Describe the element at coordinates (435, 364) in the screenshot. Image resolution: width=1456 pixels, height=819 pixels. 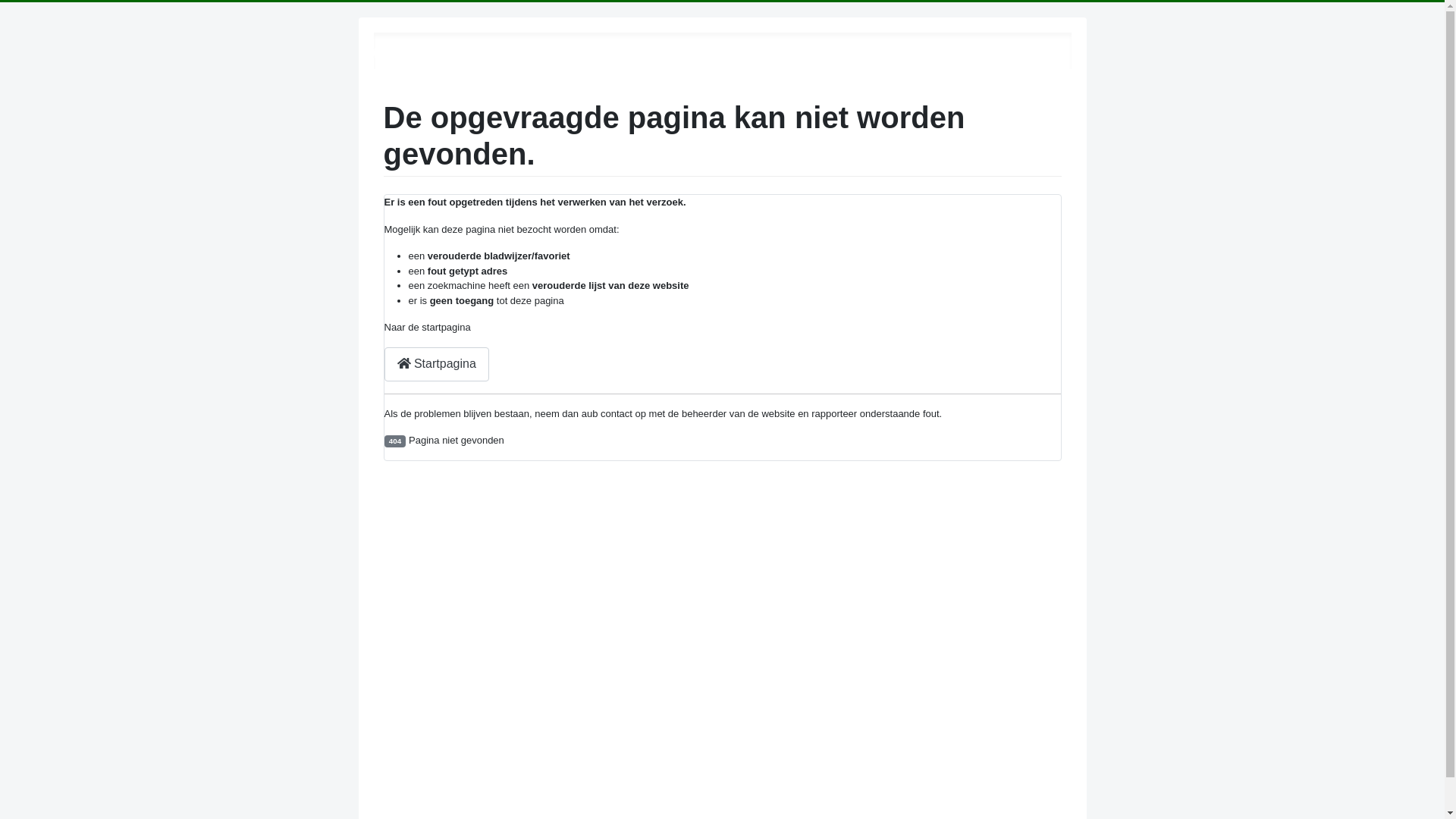
I see `'Startpagina'` at that location.